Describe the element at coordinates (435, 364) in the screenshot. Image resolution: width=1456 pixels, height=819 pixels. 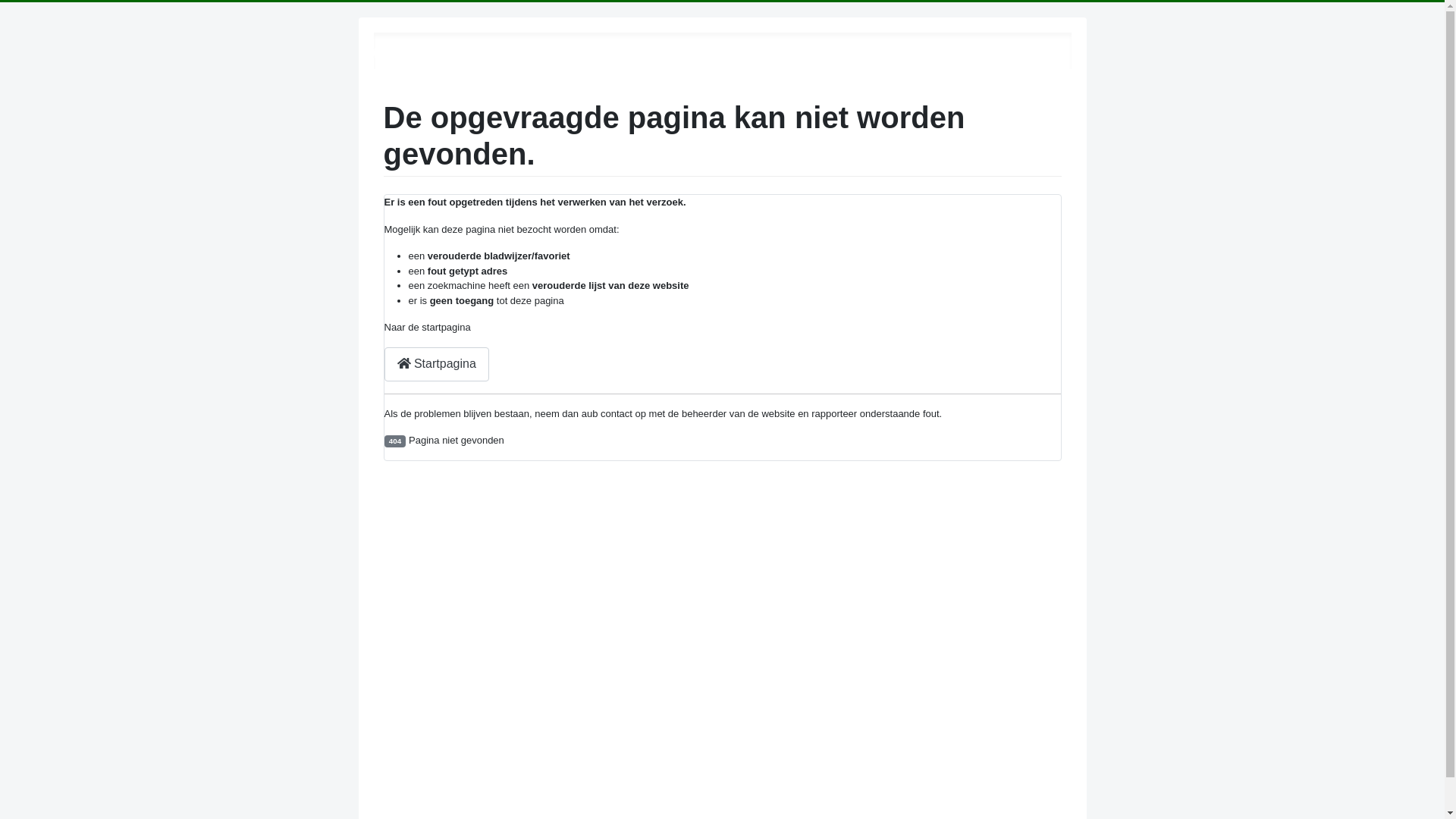
I see `'Startpagina'` at that location.